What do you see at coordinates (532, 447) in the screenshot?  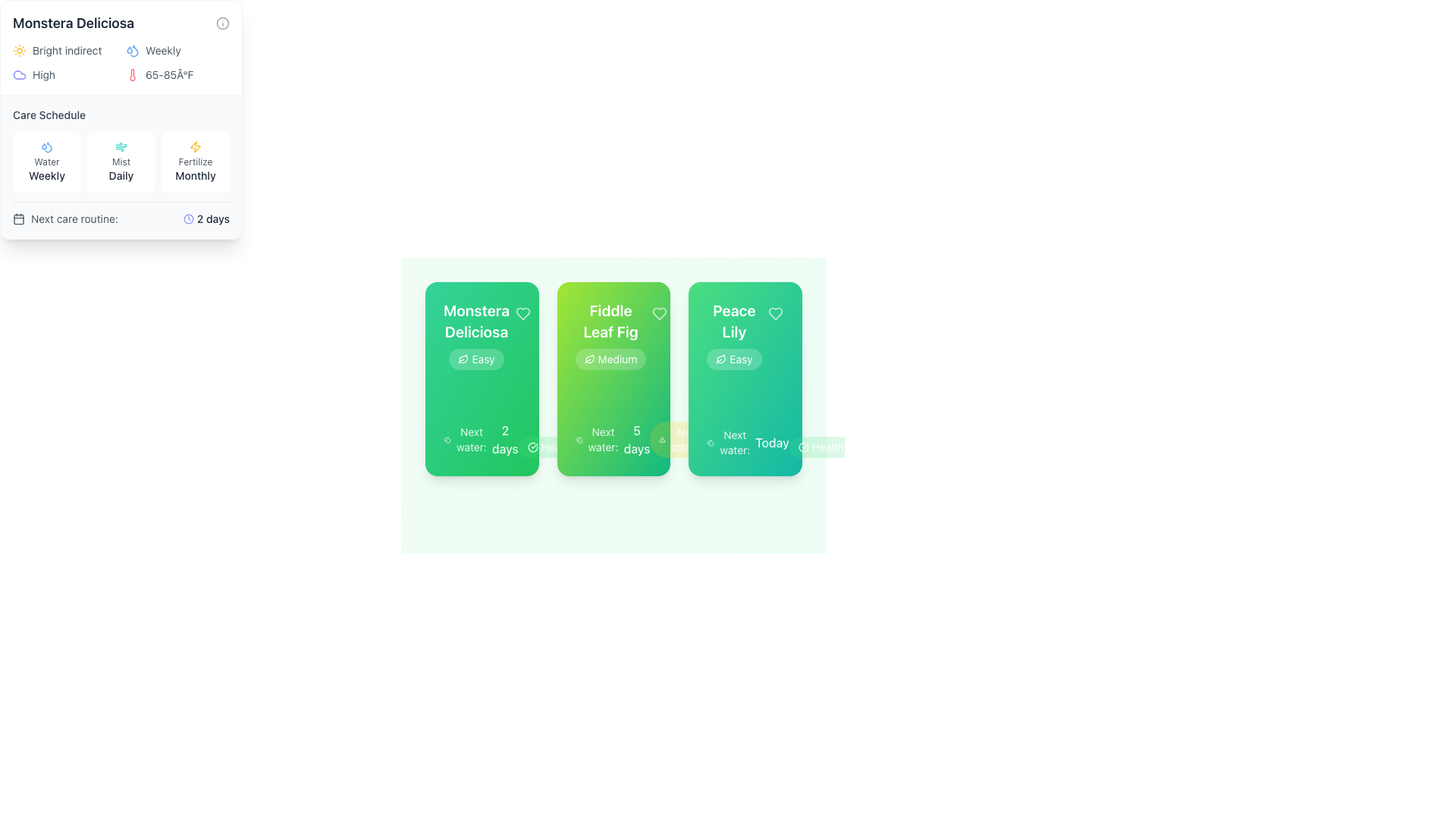 I see `the small circular icon representing a 'check' symbol, which is styled with a white stroke on a green background and located to the left of the 'Healthy' label` at bounding box center [532, 447].